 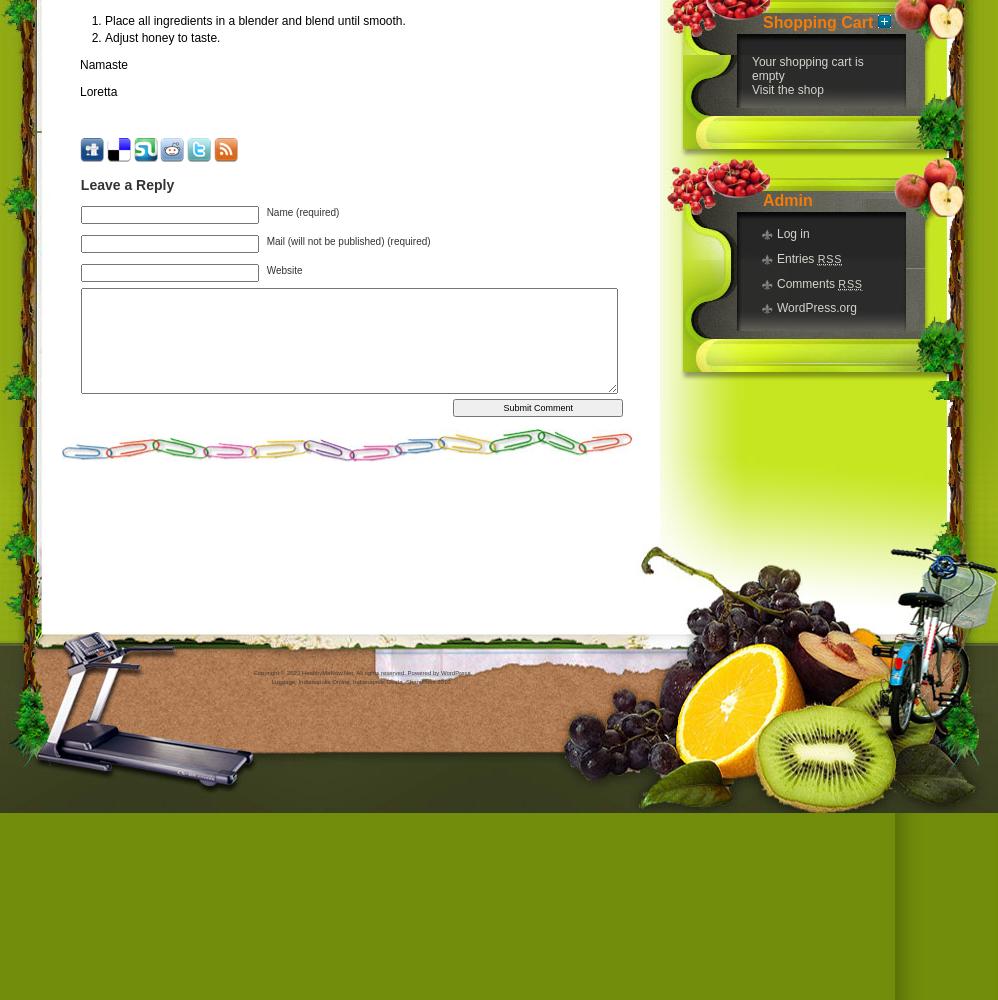 I want to click on 'Mail (will not be published) (required)', so click(x=348, y=239).